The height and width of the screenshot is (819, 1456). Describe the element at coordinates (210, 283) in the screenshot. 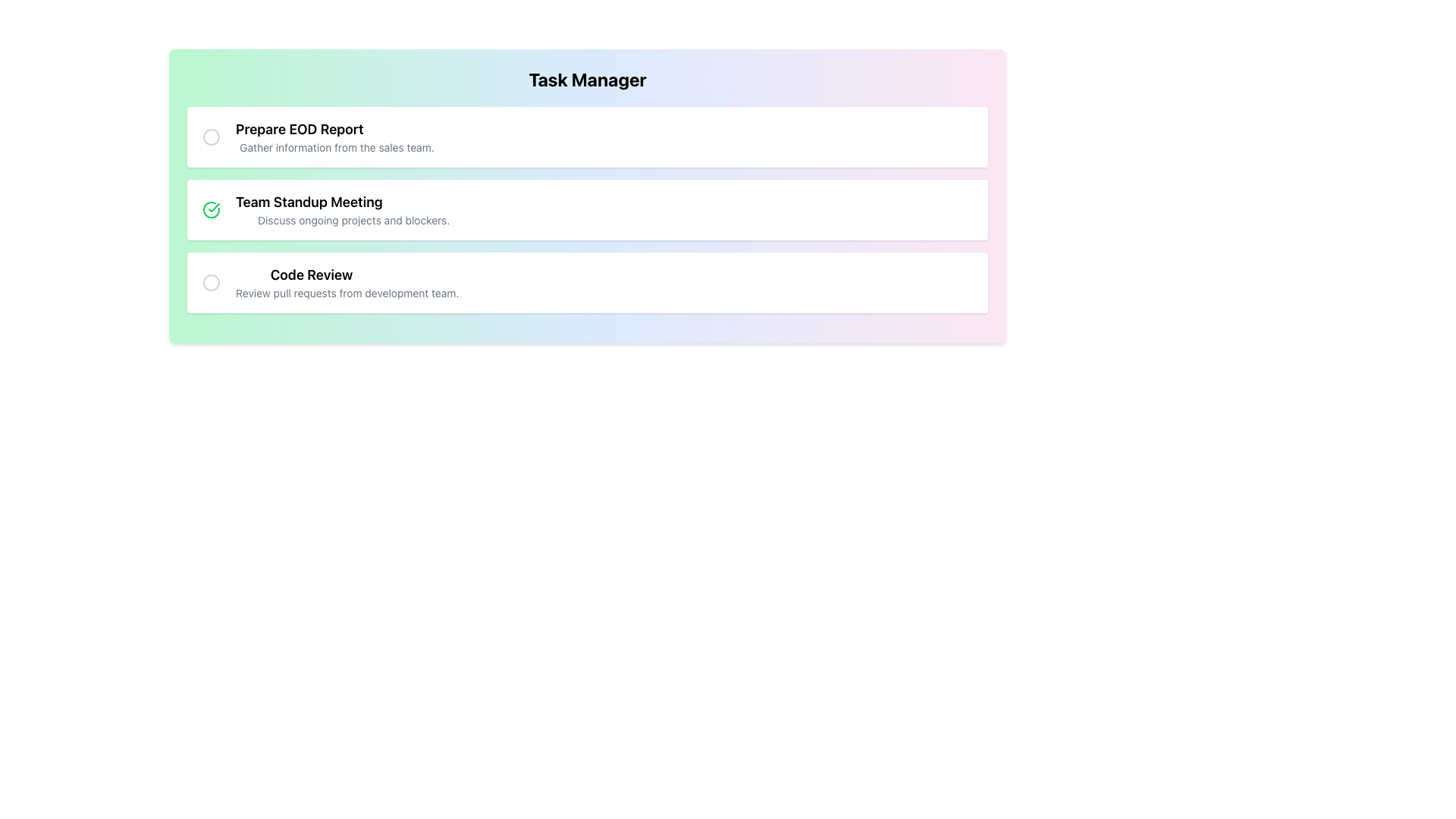

I see `the circular selectable icon with a light gray outline and dotted center located on the left side of the 'Code Review' item in the task list` at that location.